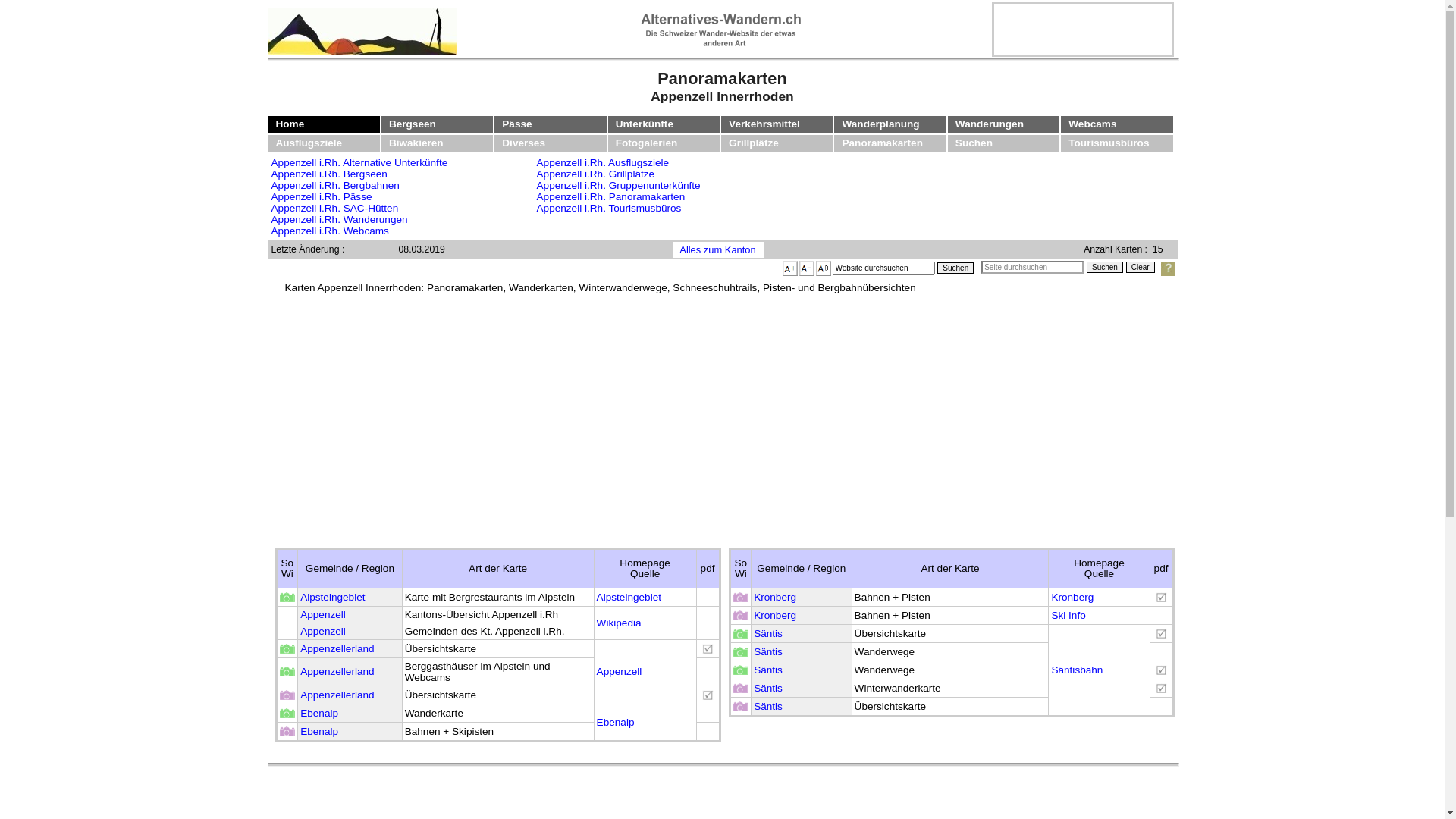 The height and width of the screenshot is (819, 1456). What do you see at coordinates (328, 173) in the screenshot?
I see `'Appenzell i.Rh. Bergseen'` at bounding box center [328, 173].